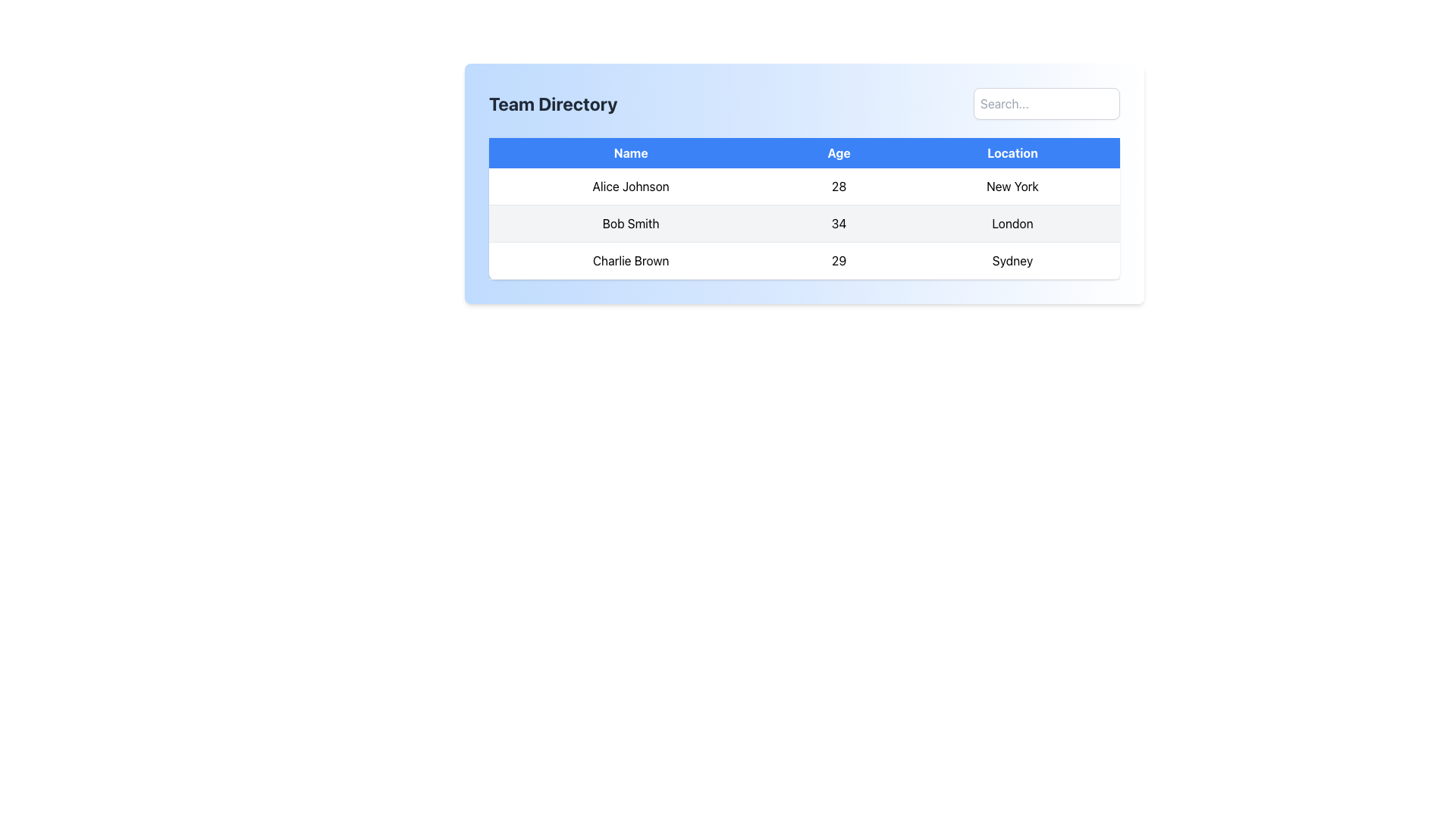 This screenshot has width=1456, height=819. Describe the element at coordinates (630, 186) in the screenshot. I see `the text display labeled 'Alice Johnson' which is in the first column of the second row of the team directory table` at that location.